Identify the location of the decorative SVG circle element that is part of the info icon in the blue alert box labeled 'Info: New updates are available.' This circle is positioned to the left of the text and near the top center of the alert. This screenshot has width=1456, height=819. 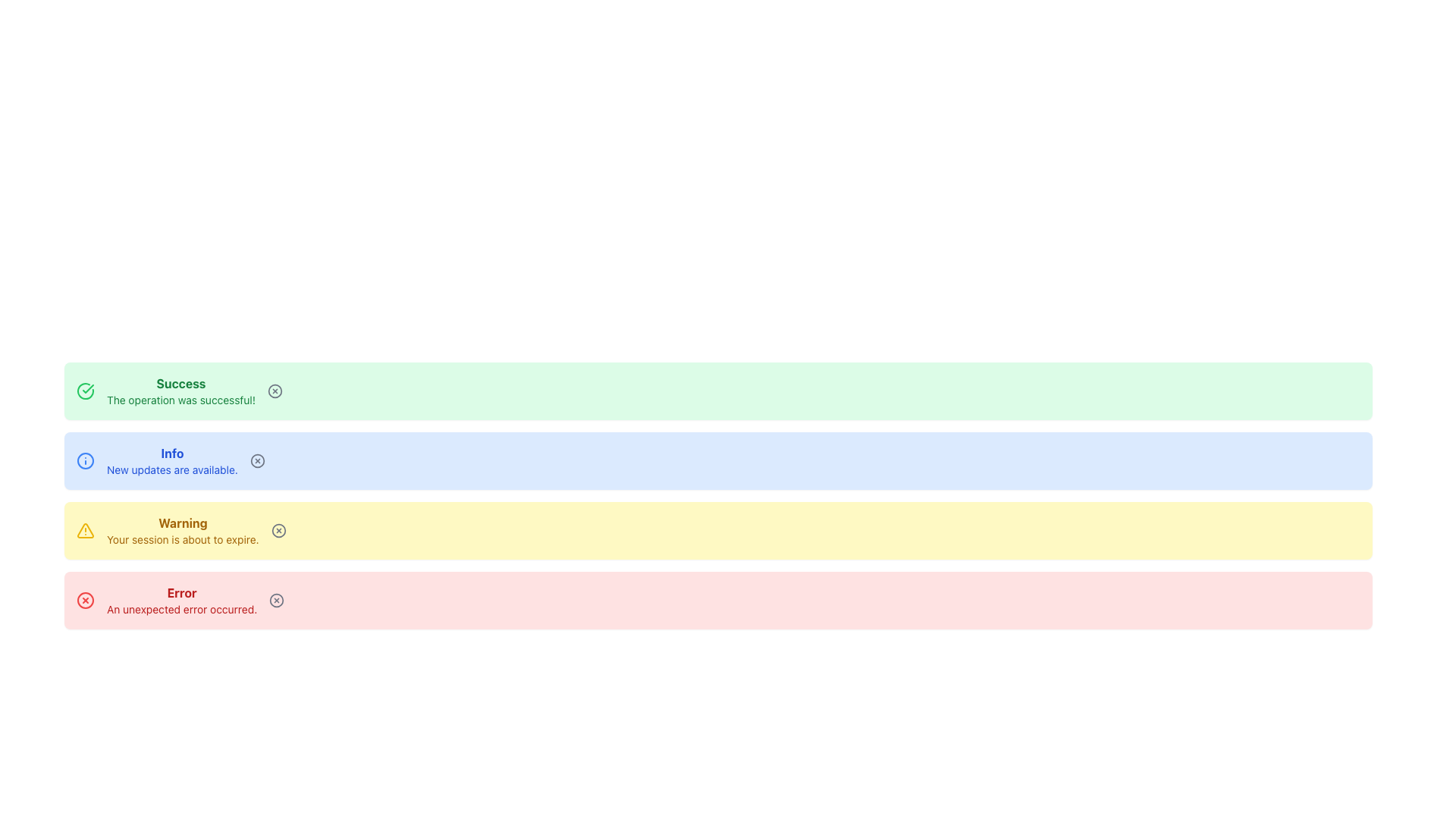
(85, 460).